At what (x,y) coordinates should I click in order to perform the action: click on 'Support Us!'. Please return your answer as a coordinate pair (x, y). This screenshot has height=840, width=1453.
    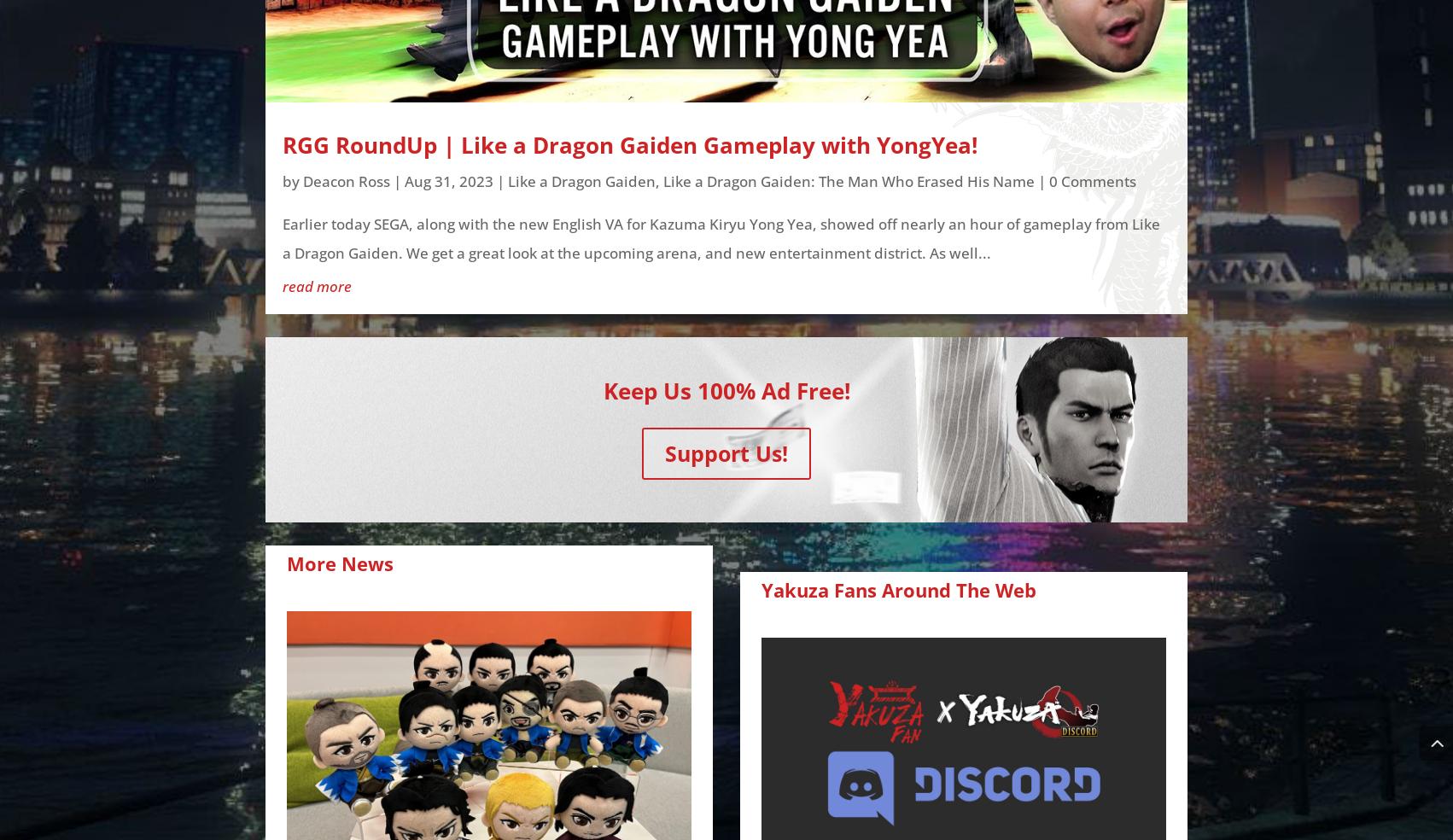
    Looking at the image, I should click on (726, 452).